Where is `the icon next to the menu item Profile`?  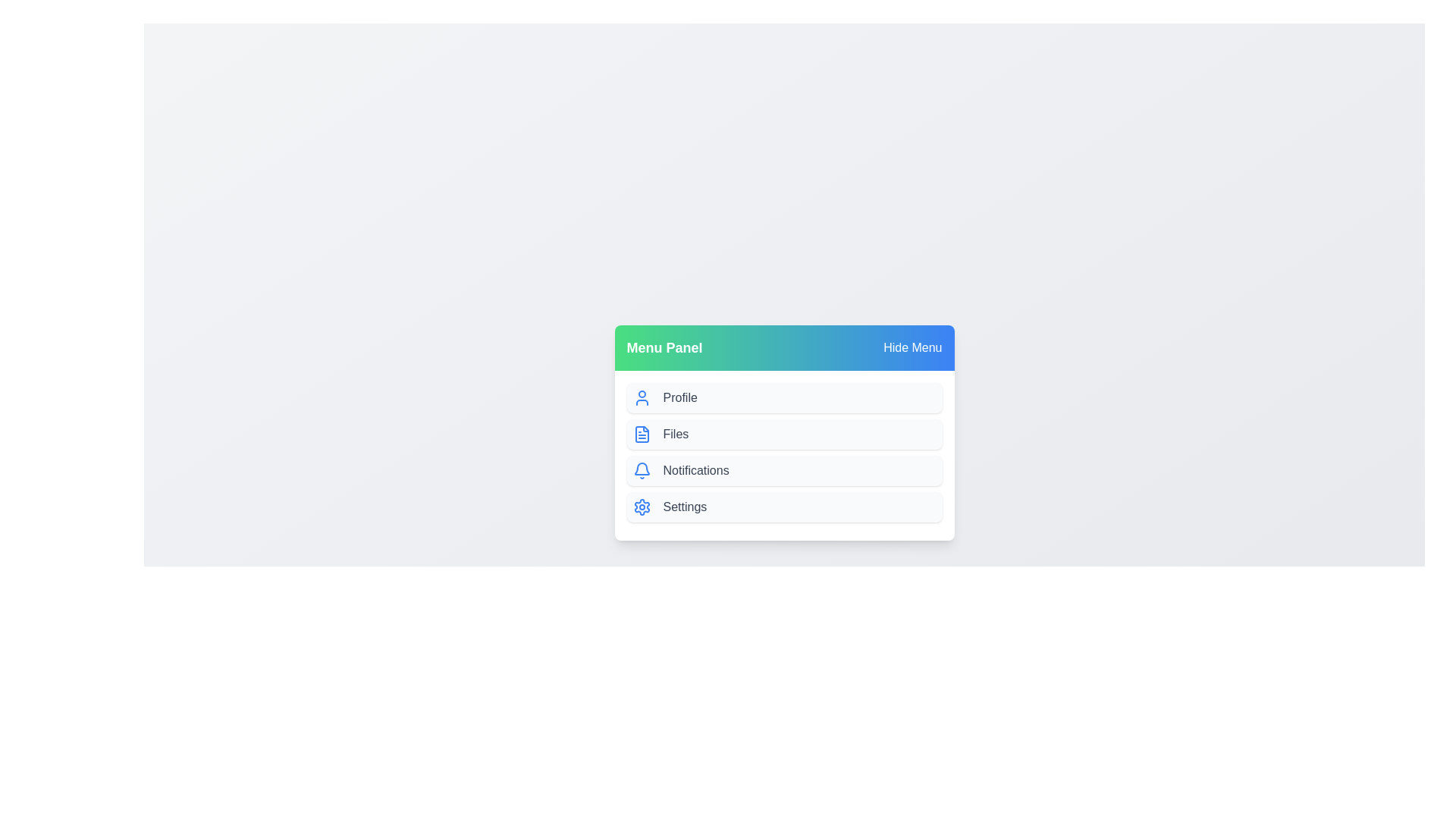
the icon next to the menu item Profile is located at coordinates (642, 397).